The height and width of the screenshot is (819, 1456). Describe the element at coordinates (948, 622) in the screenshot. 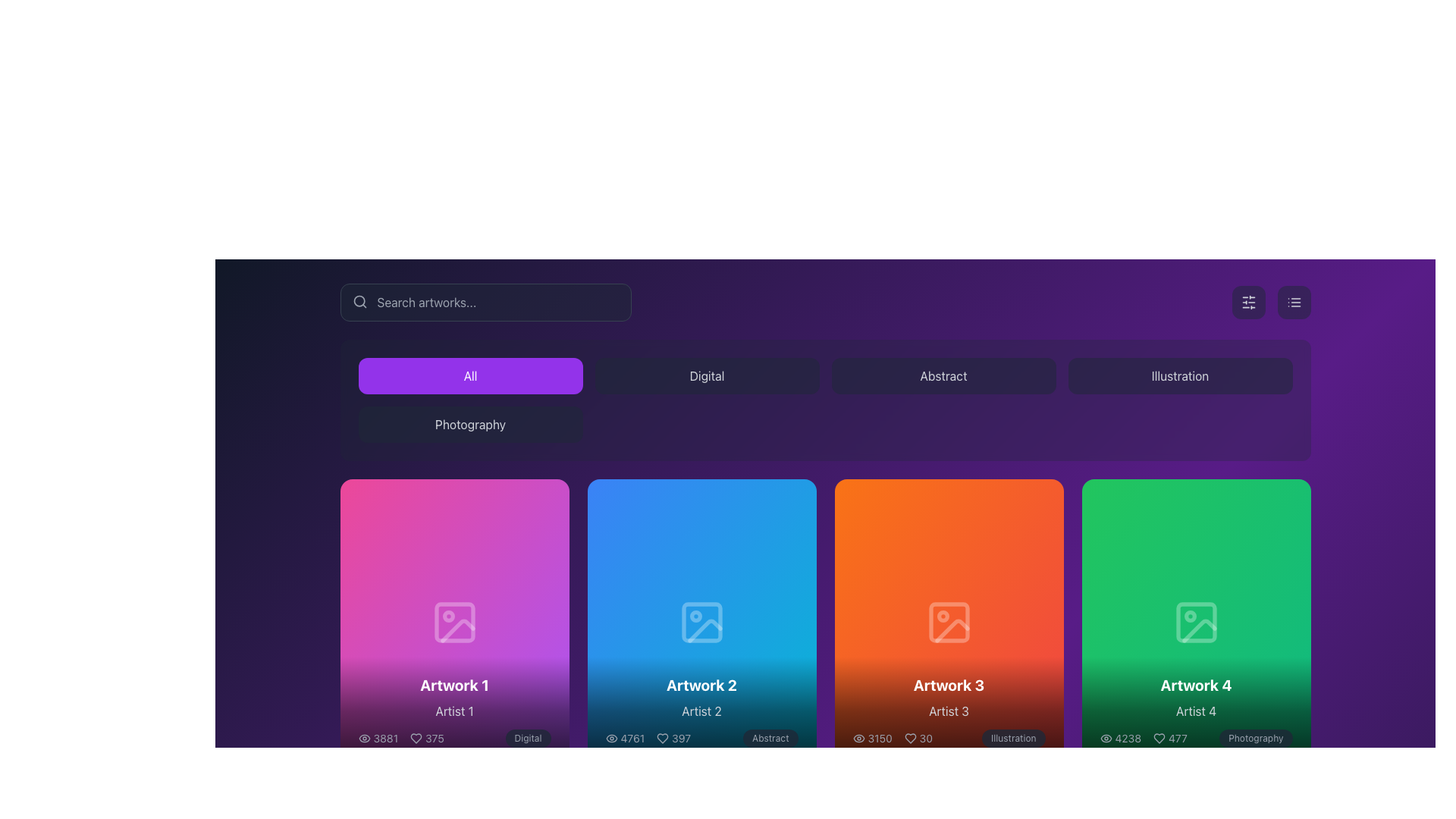

I see `the download icon button, which is a compact icon resembling a downward-pointing arrow, to initiate a download` at that location.